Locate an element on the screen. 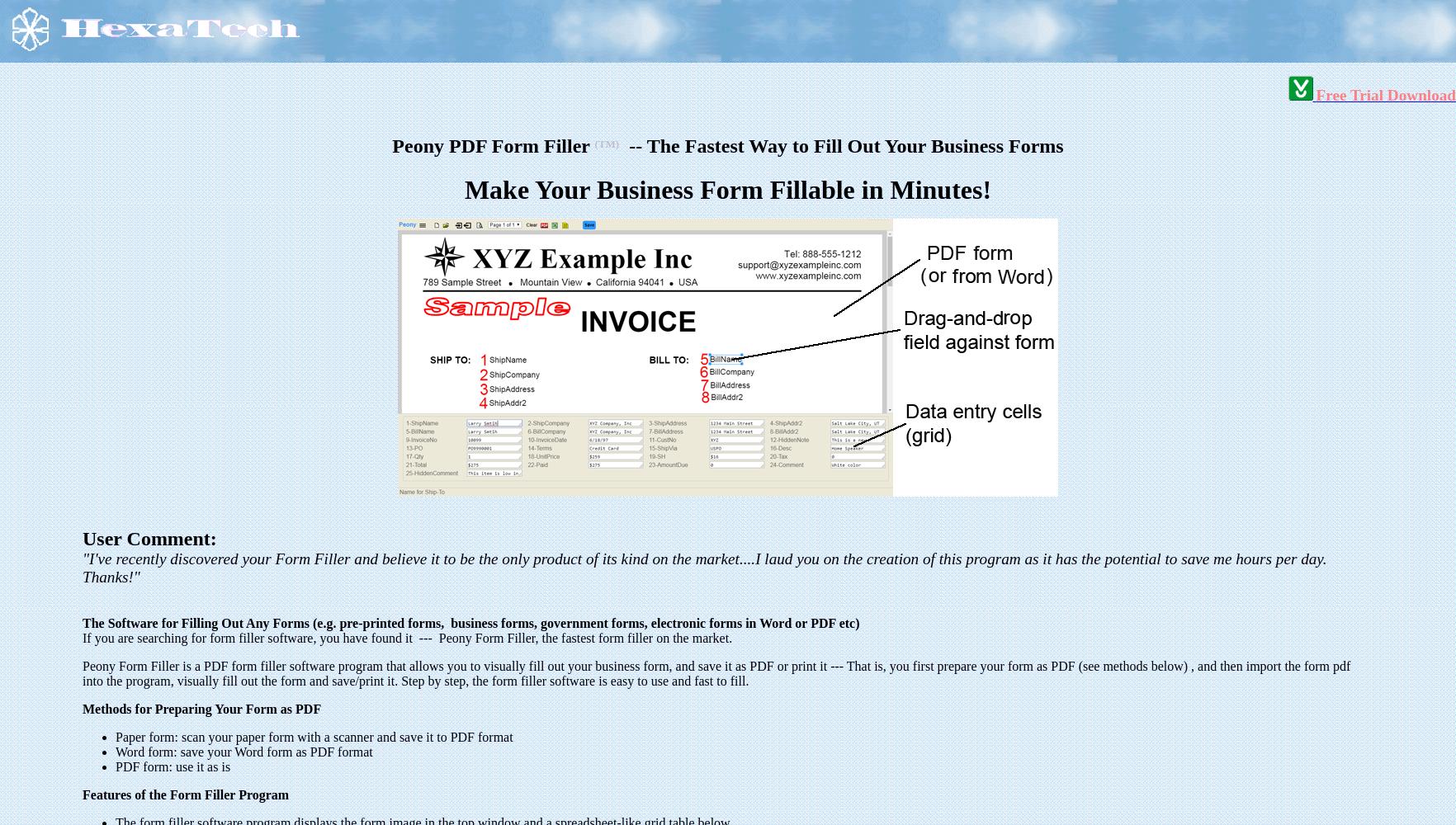  '(TM)' is located at coordinates (607, 143).